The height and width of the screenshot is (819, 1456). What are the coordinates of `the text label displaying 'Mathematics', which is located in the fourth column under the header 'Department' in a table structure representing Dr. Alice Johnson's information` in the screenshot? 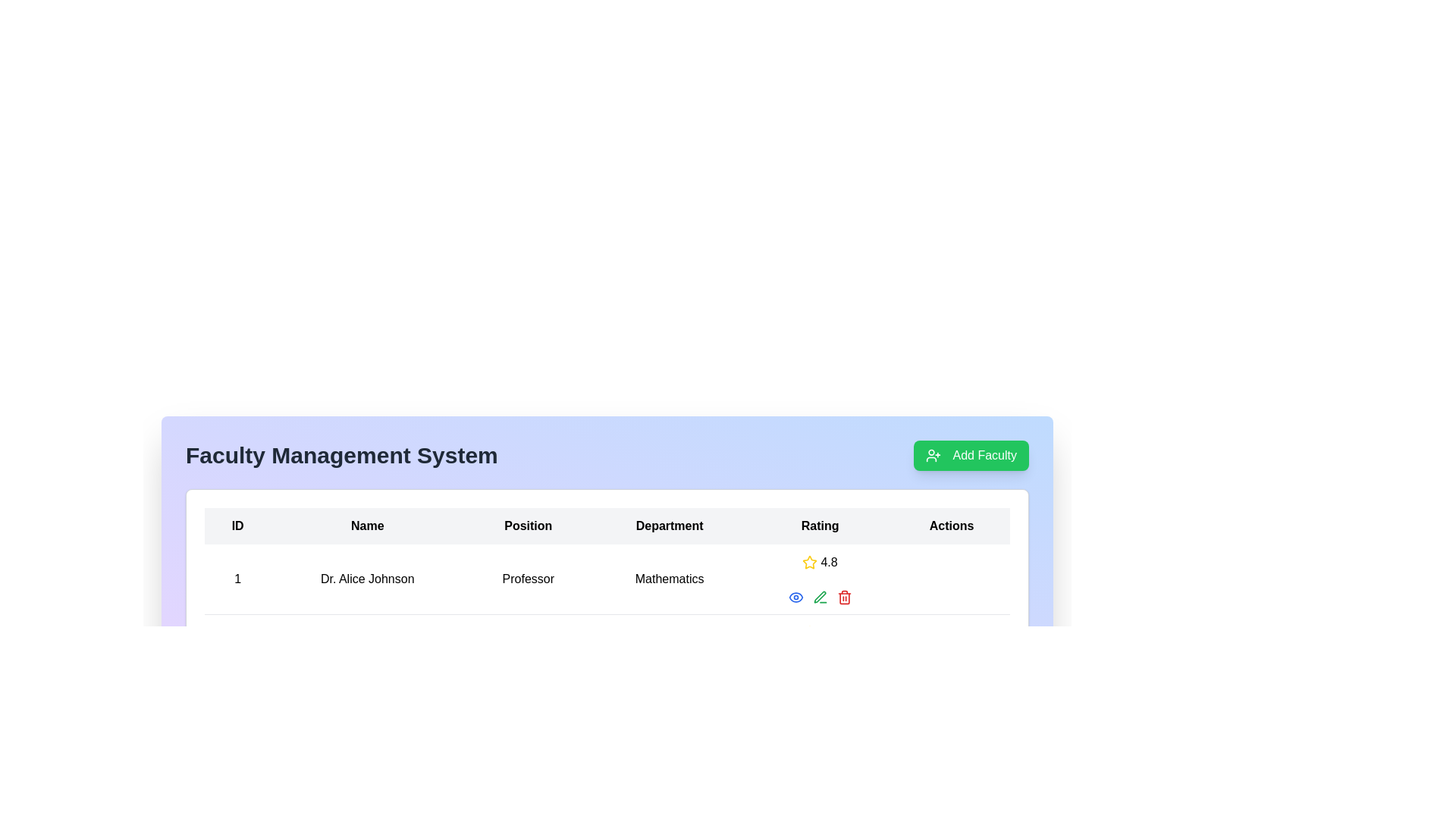 It's located at (669, 579).